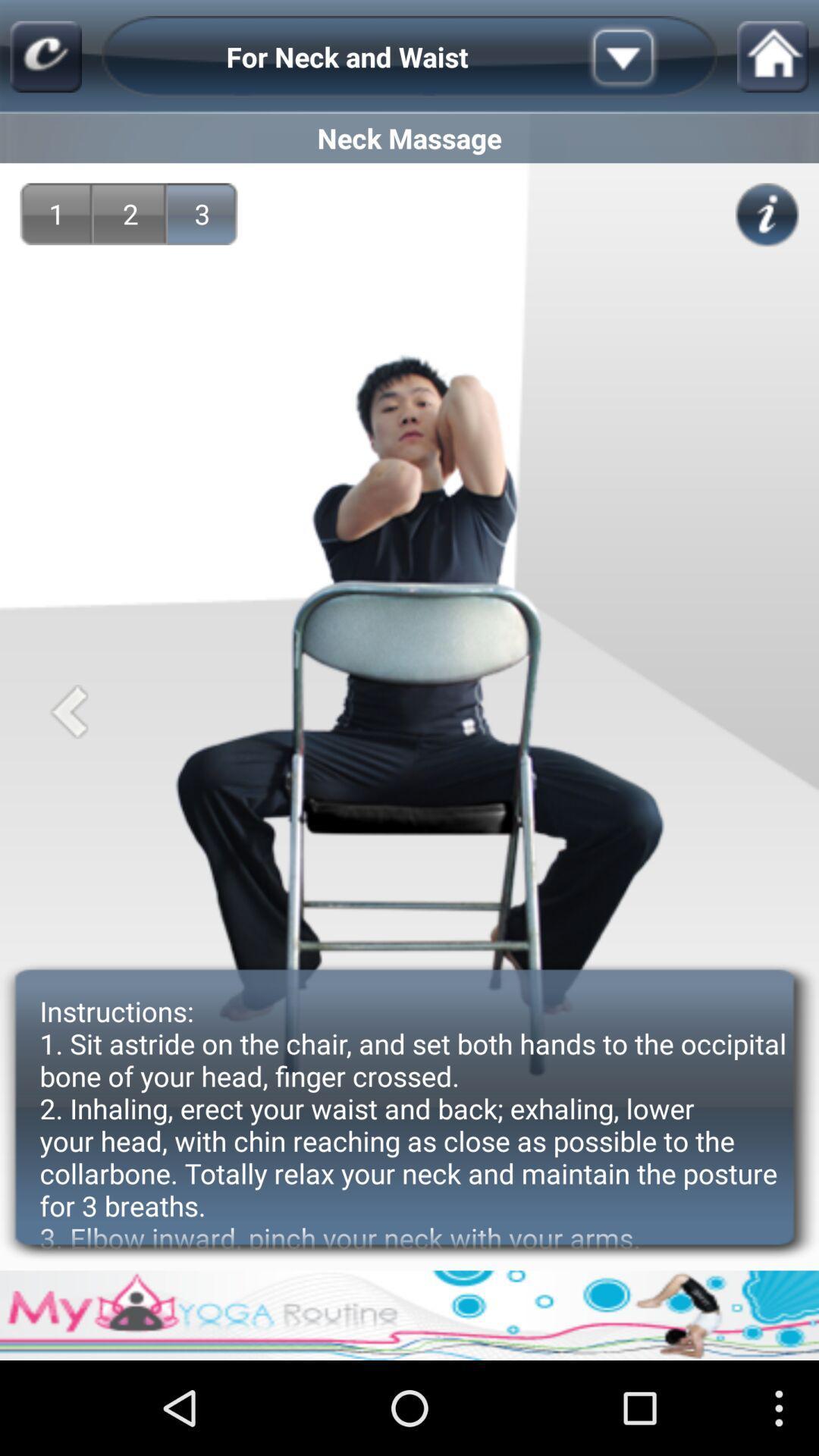 This screenshot has width=819, height=1456. What do you see at coordinates (45, 57) in the screenshot?
I see `the icon next to for neck and app` at bounding box center [45, 57].